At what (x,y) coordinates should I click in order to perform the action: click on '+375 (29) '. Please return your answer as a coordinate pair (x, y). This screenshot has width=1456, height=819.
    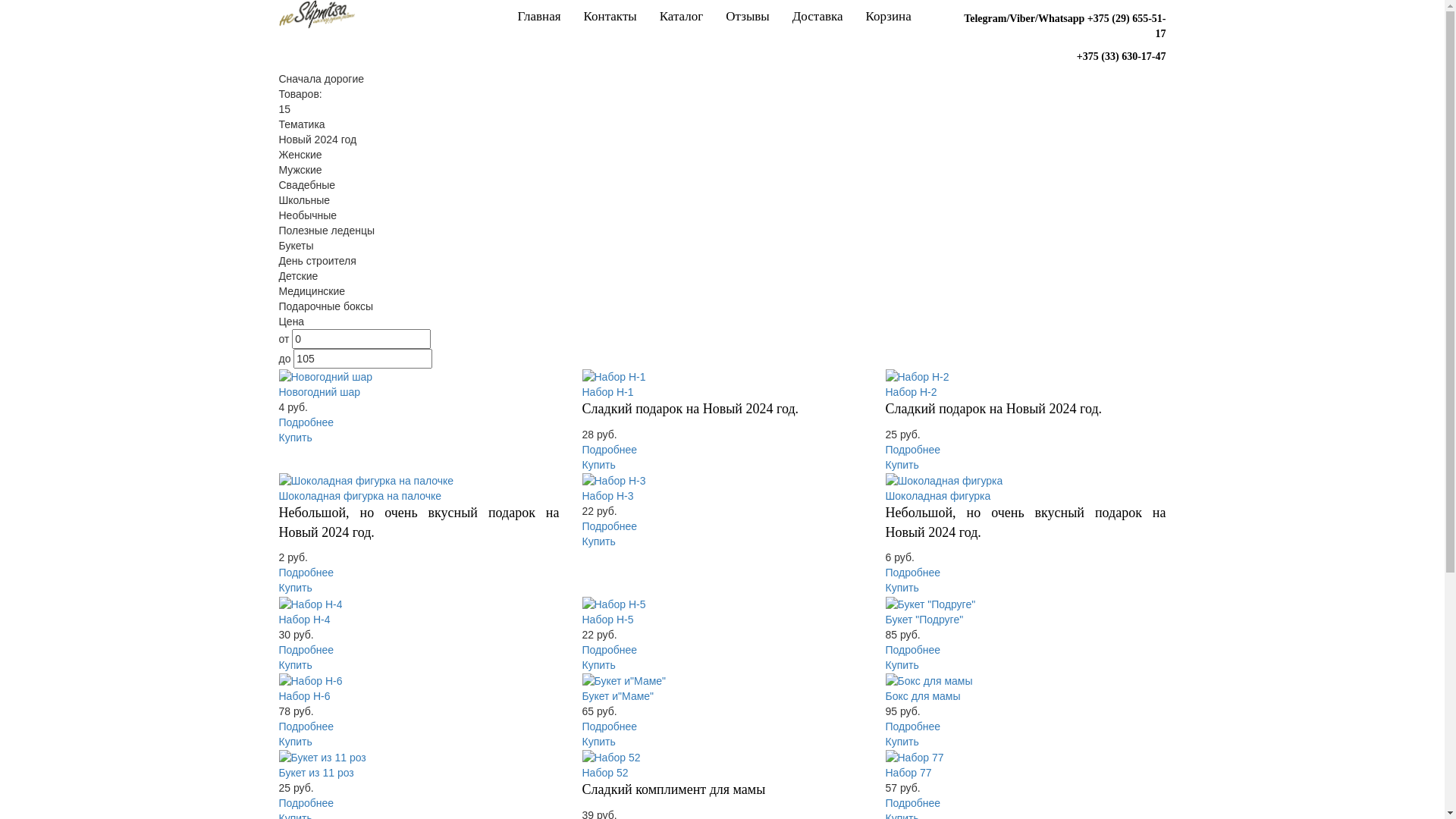
    Looking at the image, I should click on (1087, 18).